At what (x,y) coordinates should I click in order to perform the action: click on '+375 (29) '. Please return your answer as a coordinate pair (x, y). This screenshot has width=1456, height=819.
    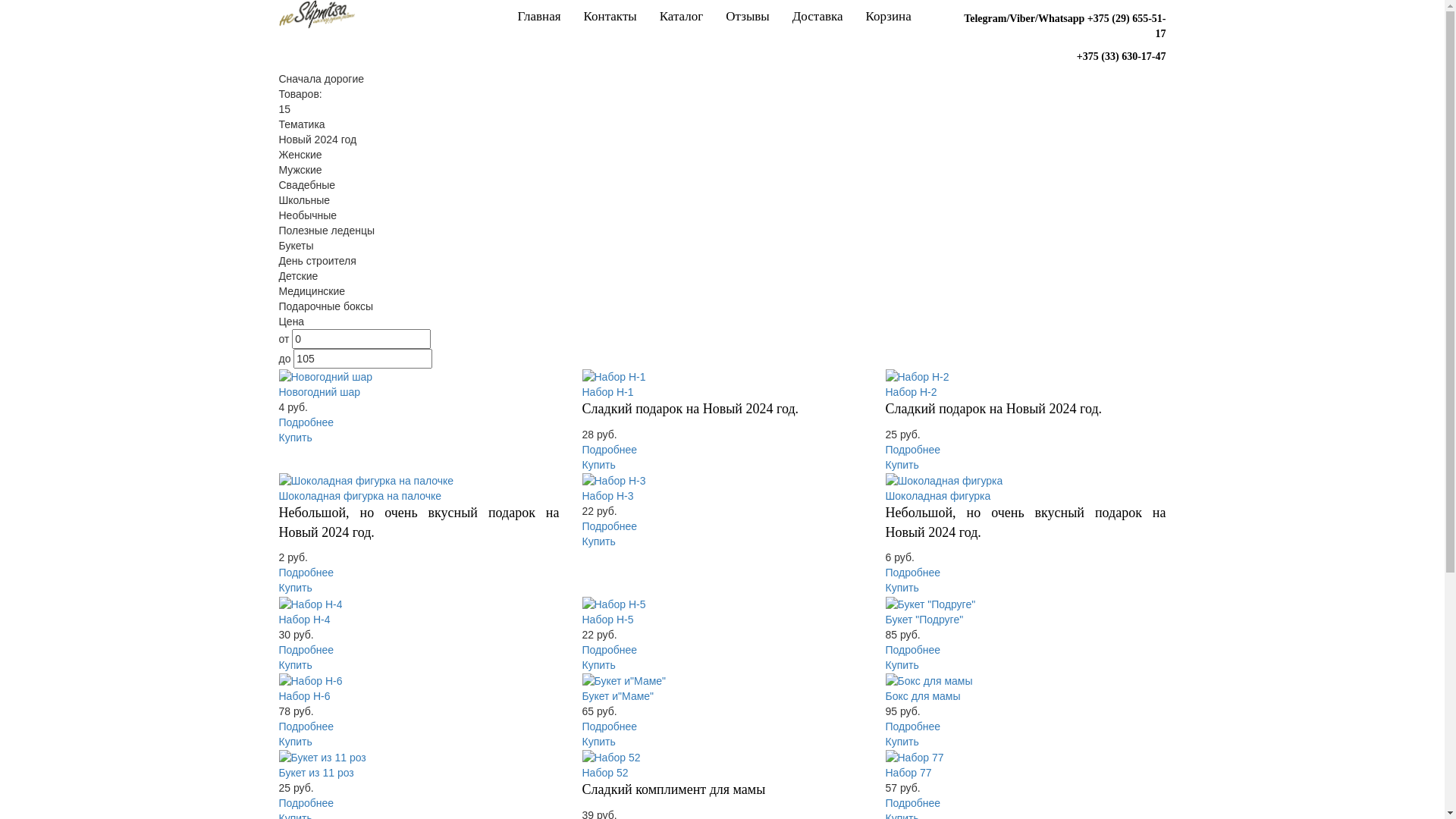
    Looking at the image, I should click on (1087, 18).